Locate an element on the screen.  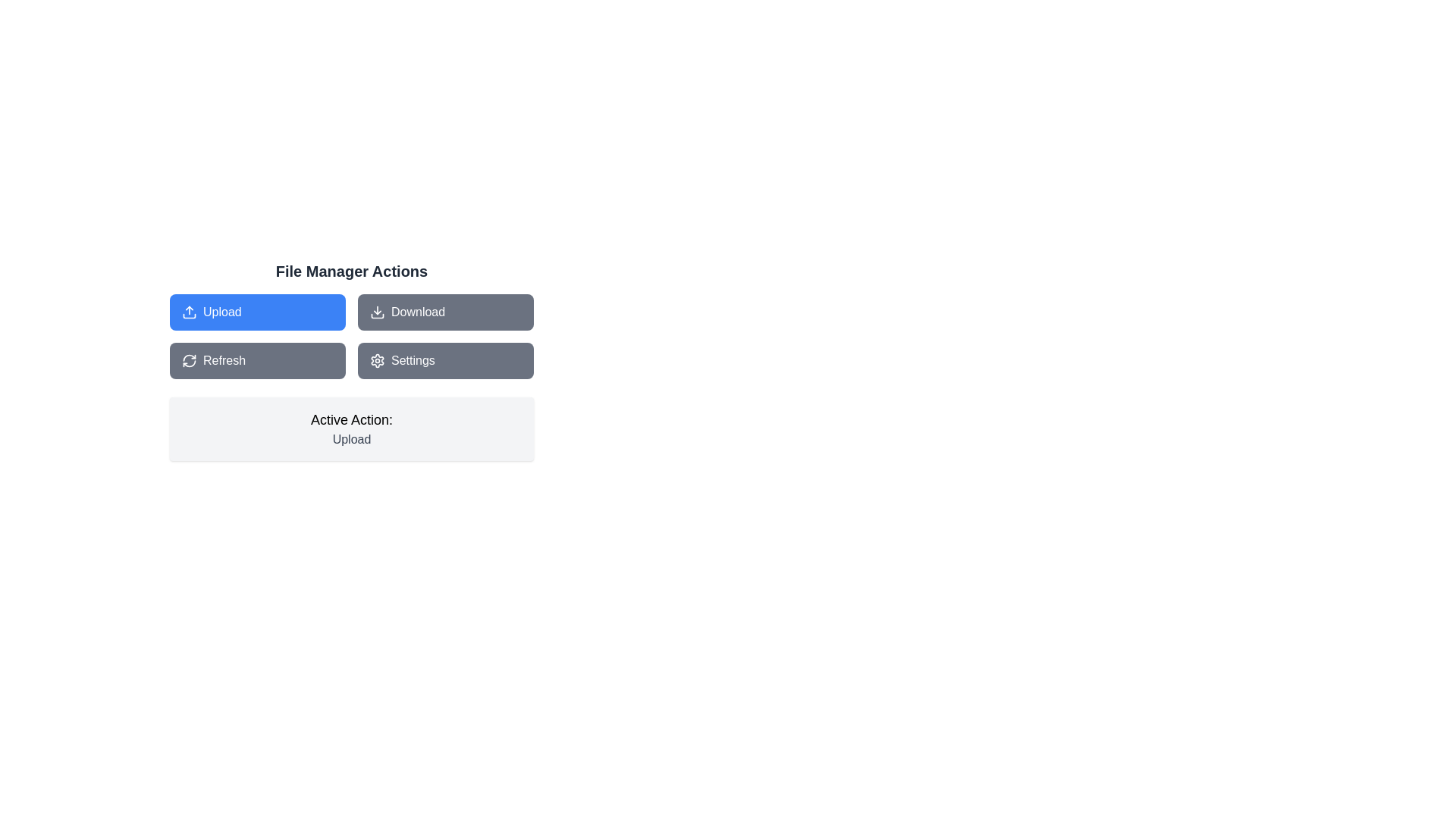
the downward pointing arrow icon located within the 'Download' button in the 'File Manager Actions' section to understand its meaning is located at coordinates (378, 312).